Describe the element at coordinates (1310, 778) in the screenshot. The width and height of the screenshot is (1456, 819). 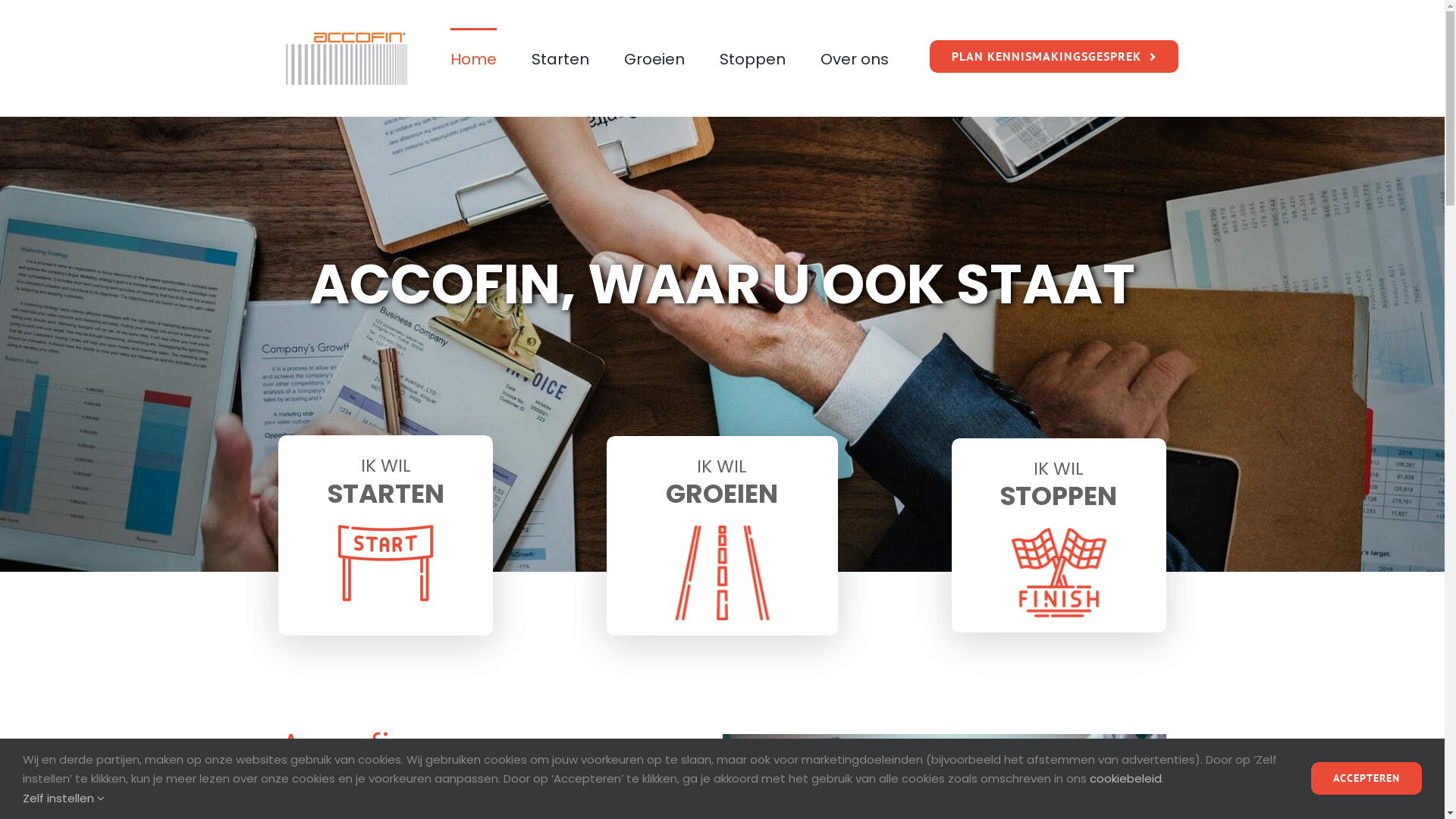
I see `'ACCEPTEREN'` at that location.